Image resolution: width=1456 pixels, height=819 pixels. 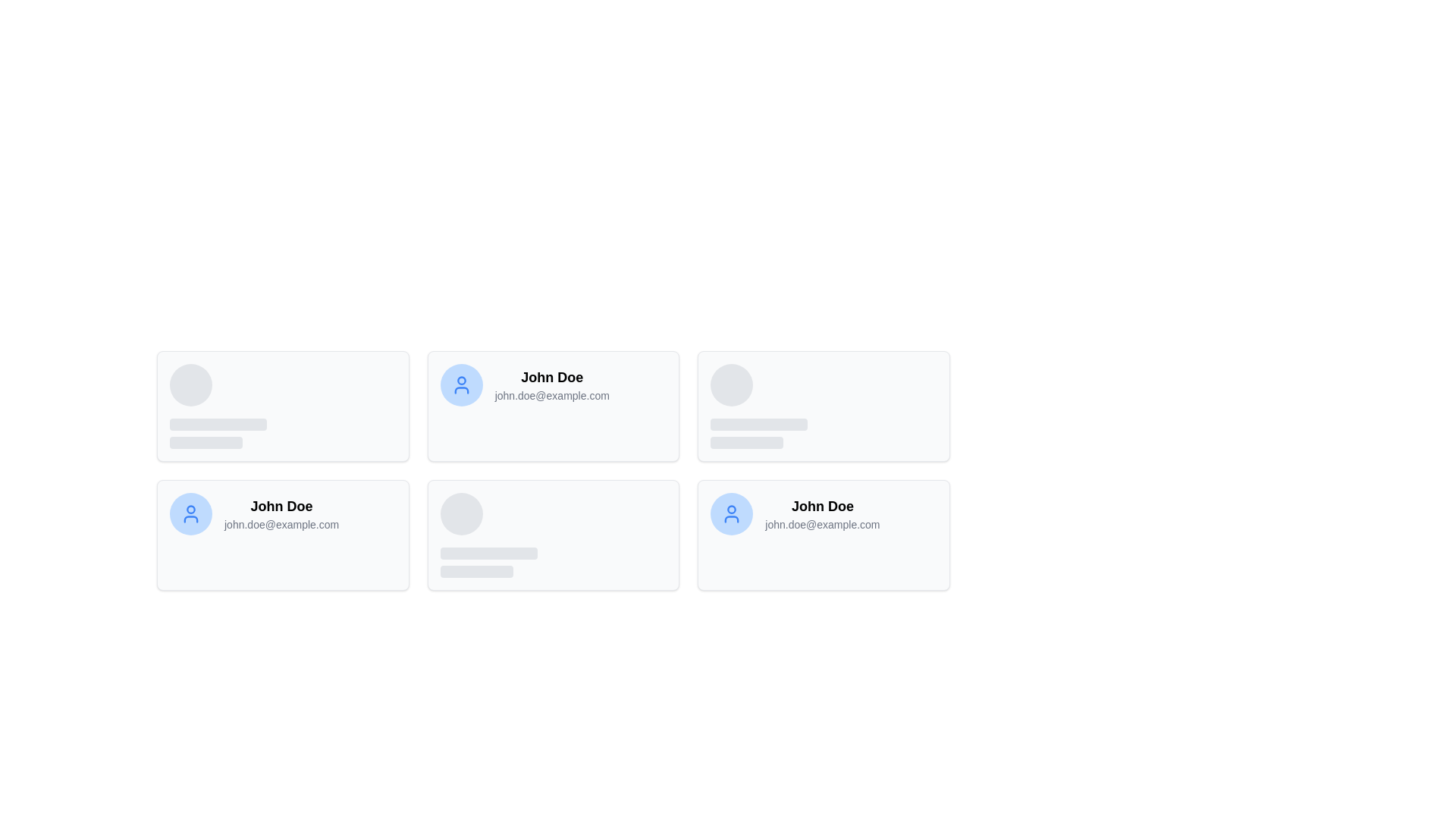 I want to click on the first visual placeholder located in the bottom-right segment of the interface, which serves as a potential loading bar or spacing indicator, so click(x=488, y=553).